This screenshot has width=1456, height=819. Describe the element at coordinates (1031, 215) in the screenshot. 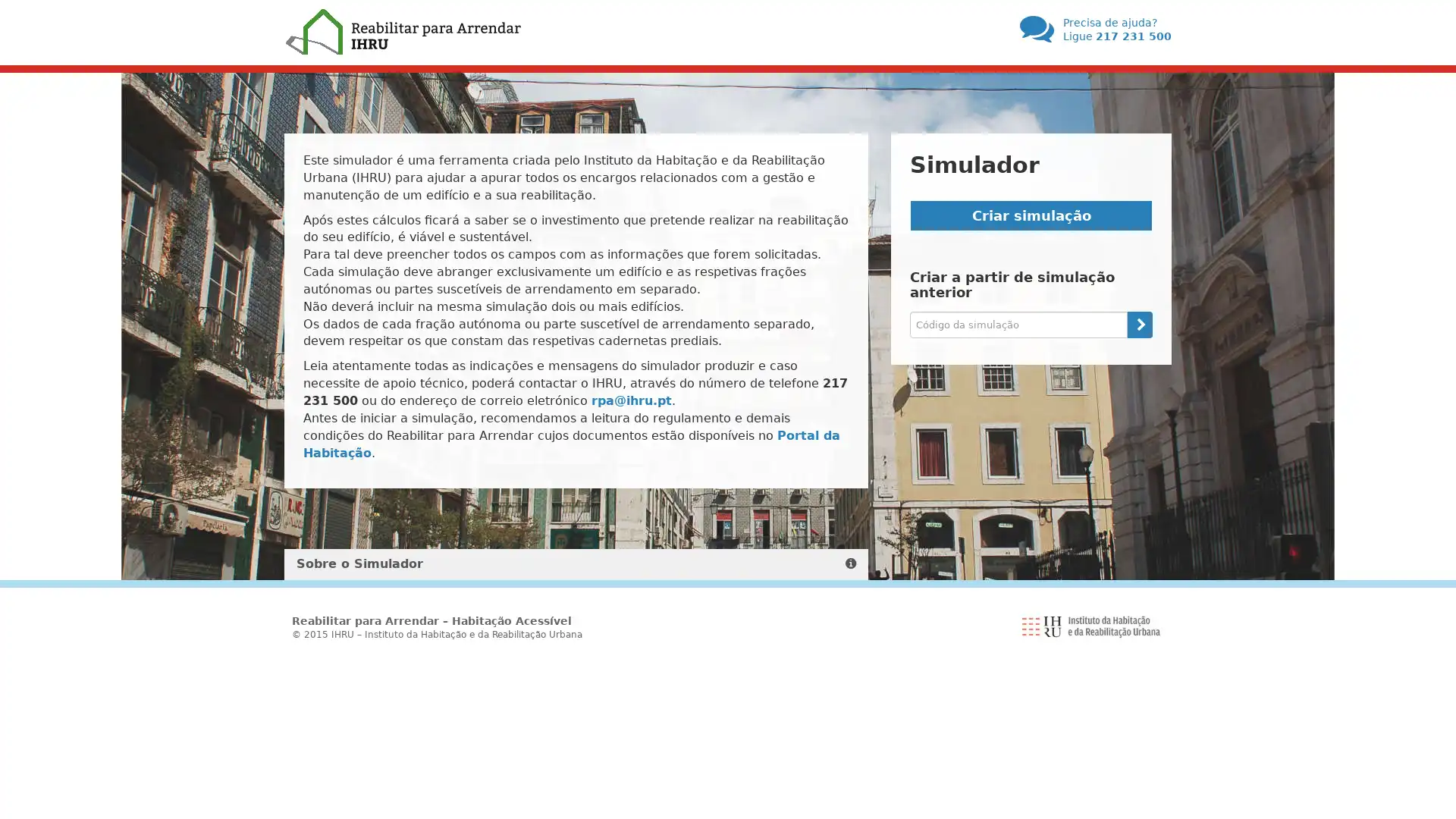

I see `Criar simulacao` at that location.